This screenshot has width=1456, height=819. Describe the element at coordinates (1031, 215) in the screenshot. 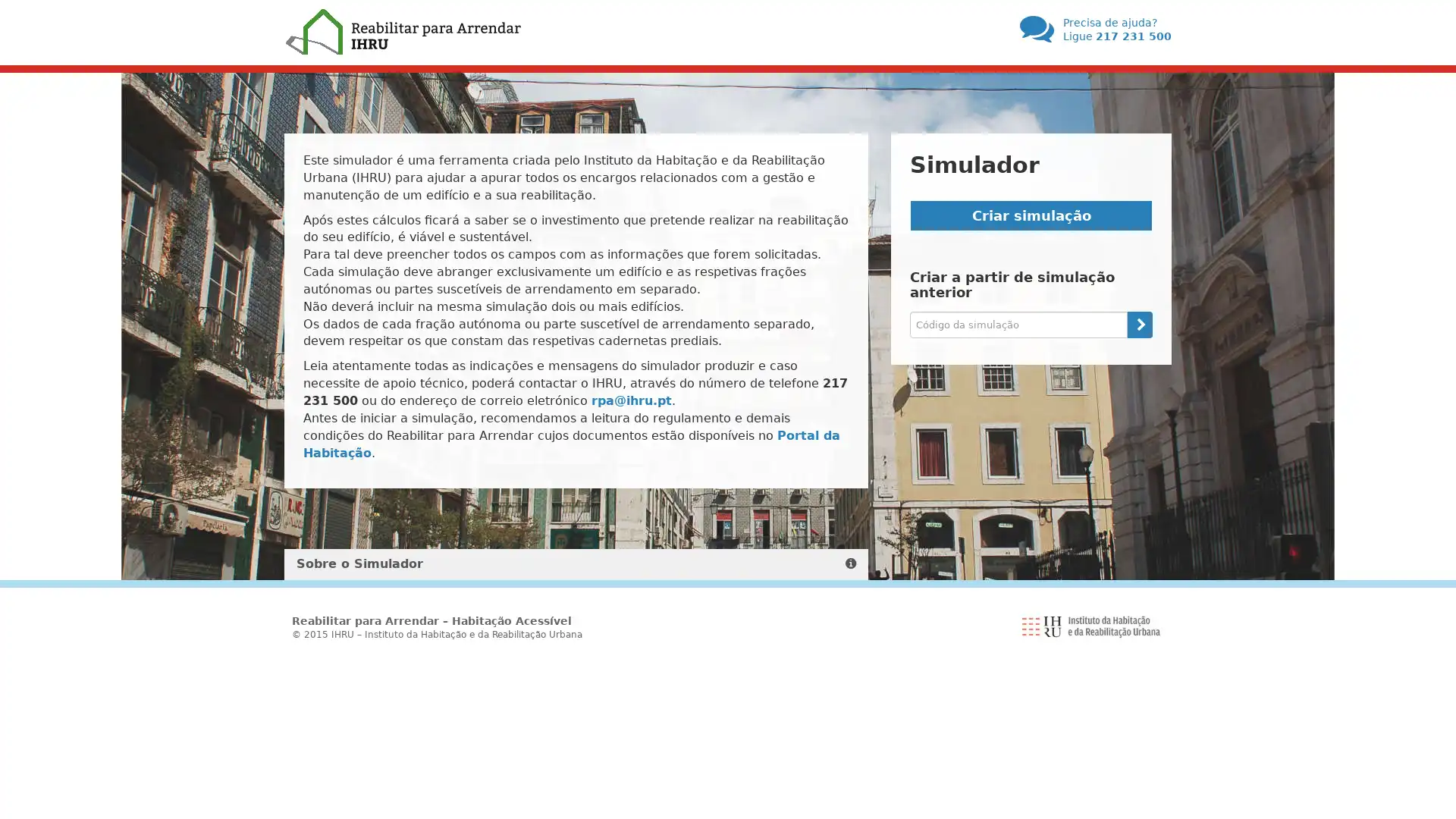

I see `Criar simulacao` at that location.